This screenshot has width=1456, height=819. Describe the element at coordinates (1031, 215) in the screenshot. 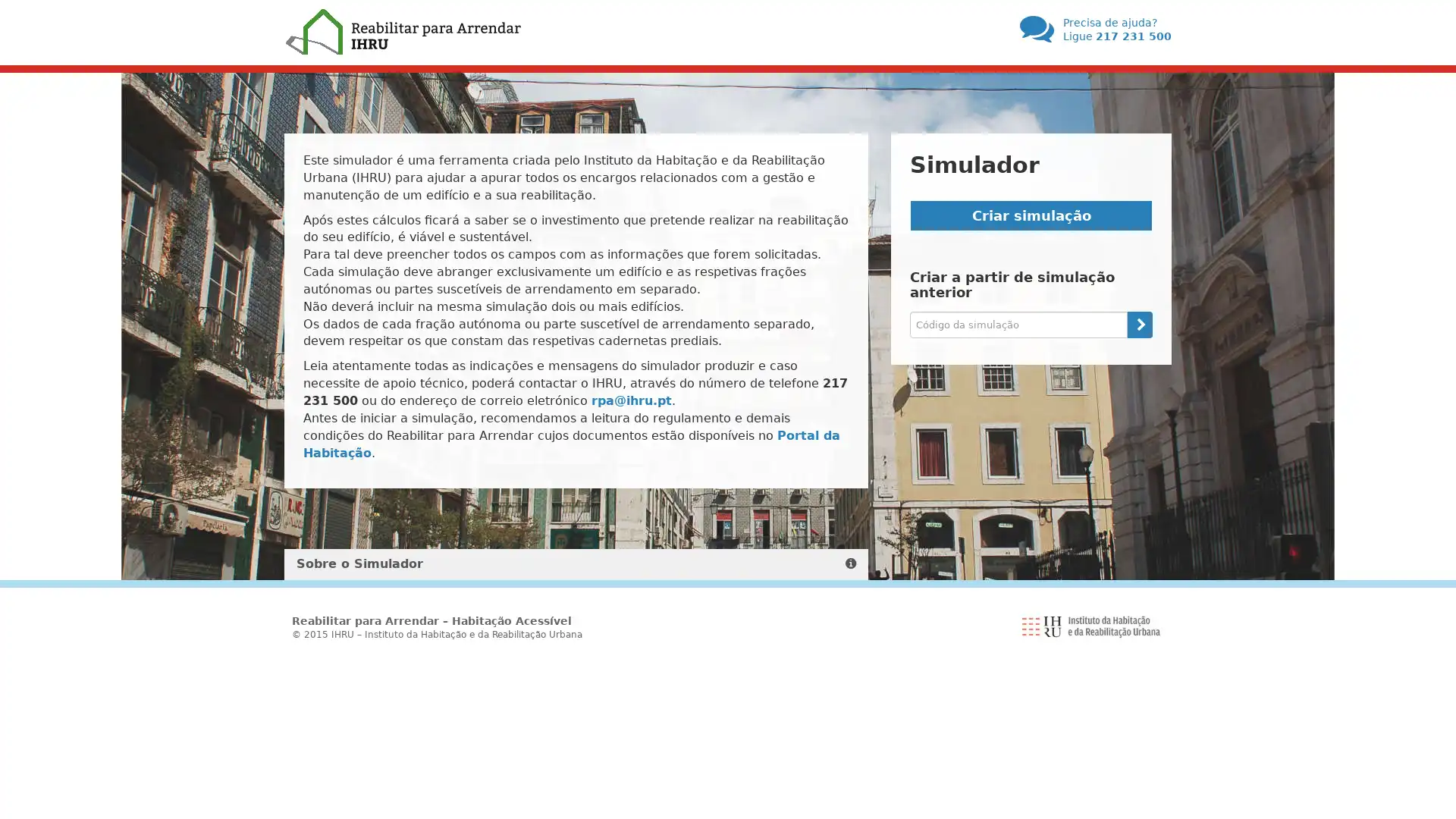

I see `Criar simulacao` at that location.